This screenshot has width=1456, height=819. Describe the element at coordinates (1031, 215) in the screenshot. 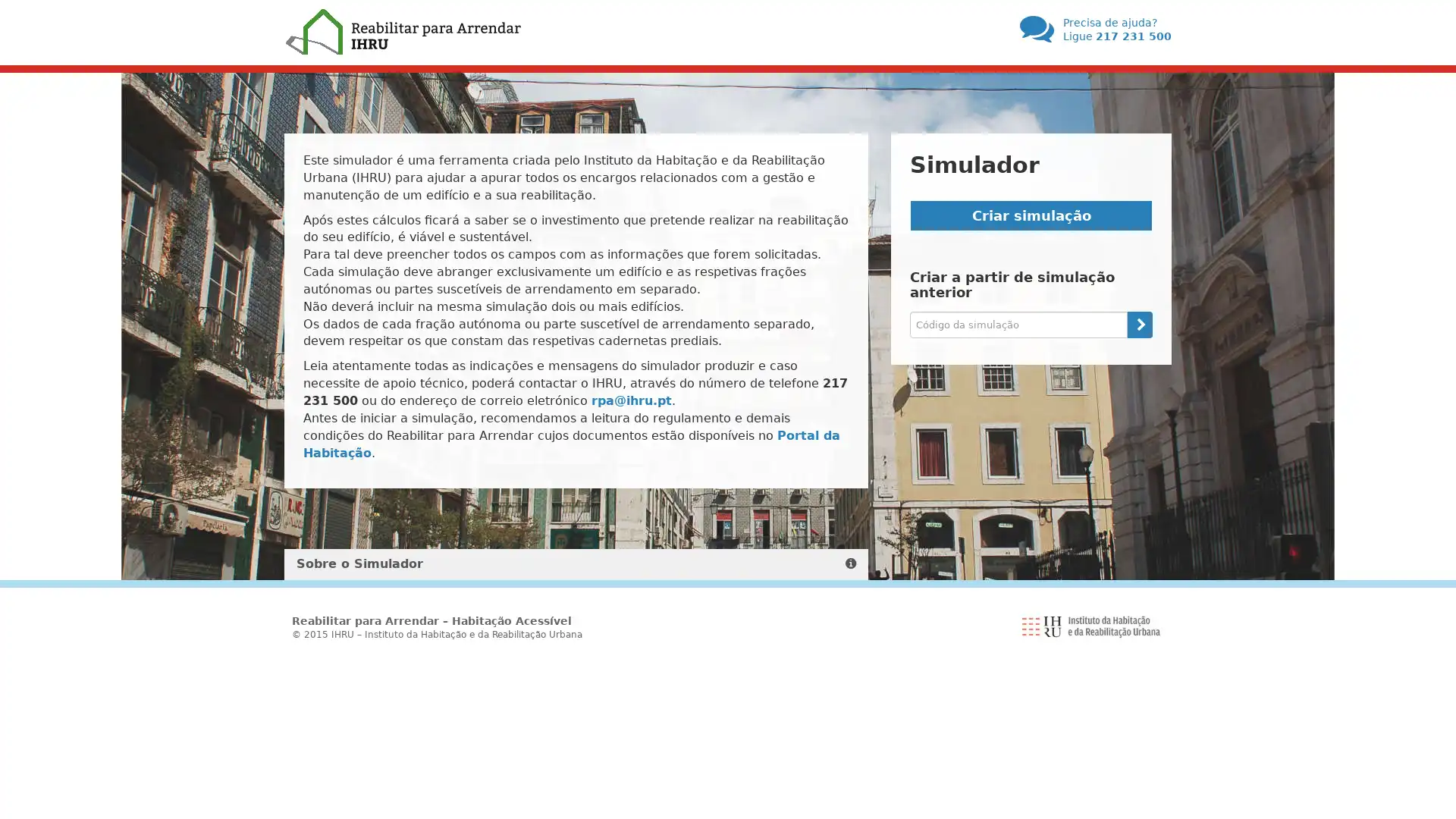

I see `Criar simulacao` at that location.